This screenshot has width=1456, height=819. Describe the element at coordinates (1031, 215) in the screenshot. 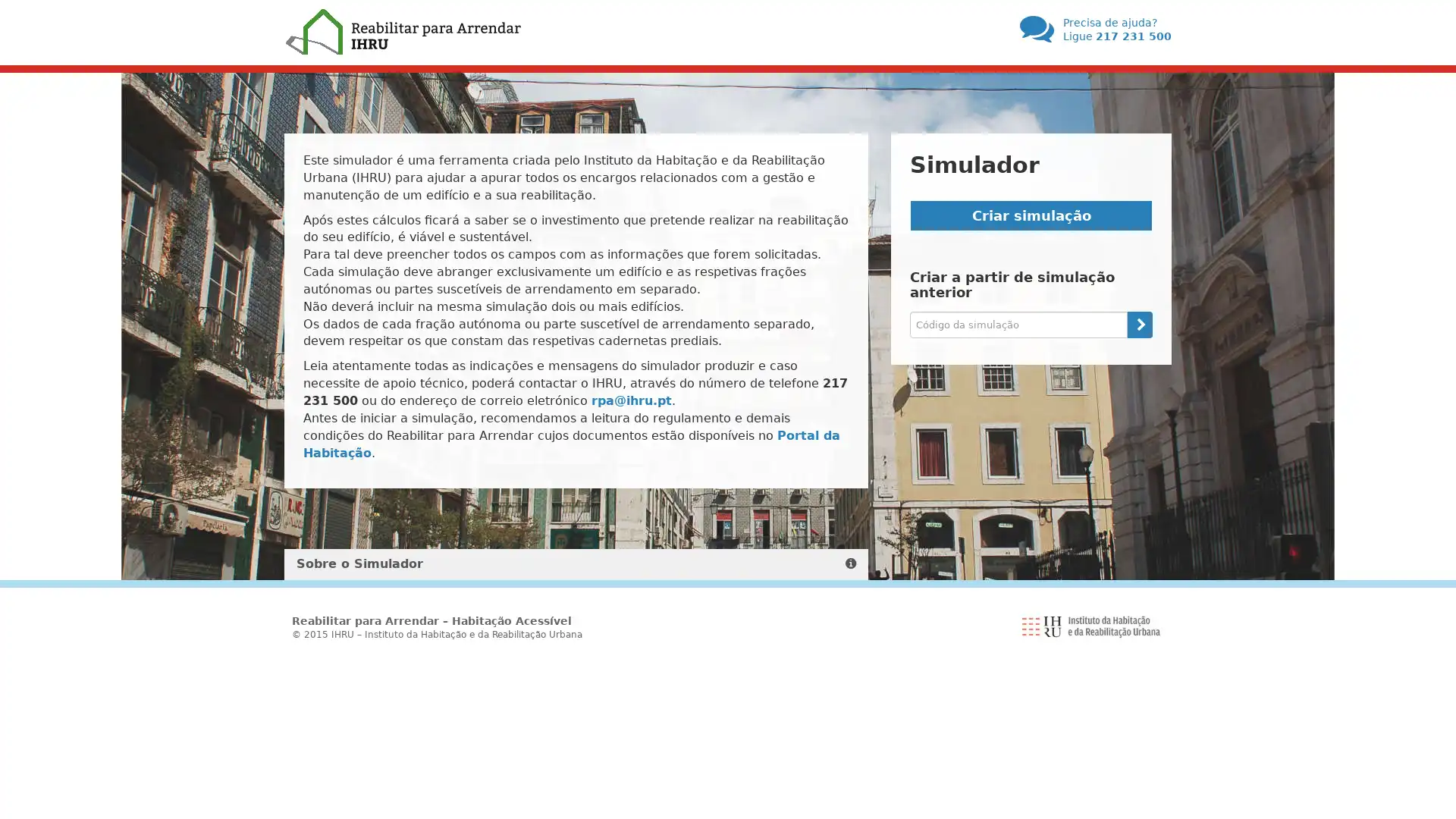

I see `Criar simulacao` at that location.